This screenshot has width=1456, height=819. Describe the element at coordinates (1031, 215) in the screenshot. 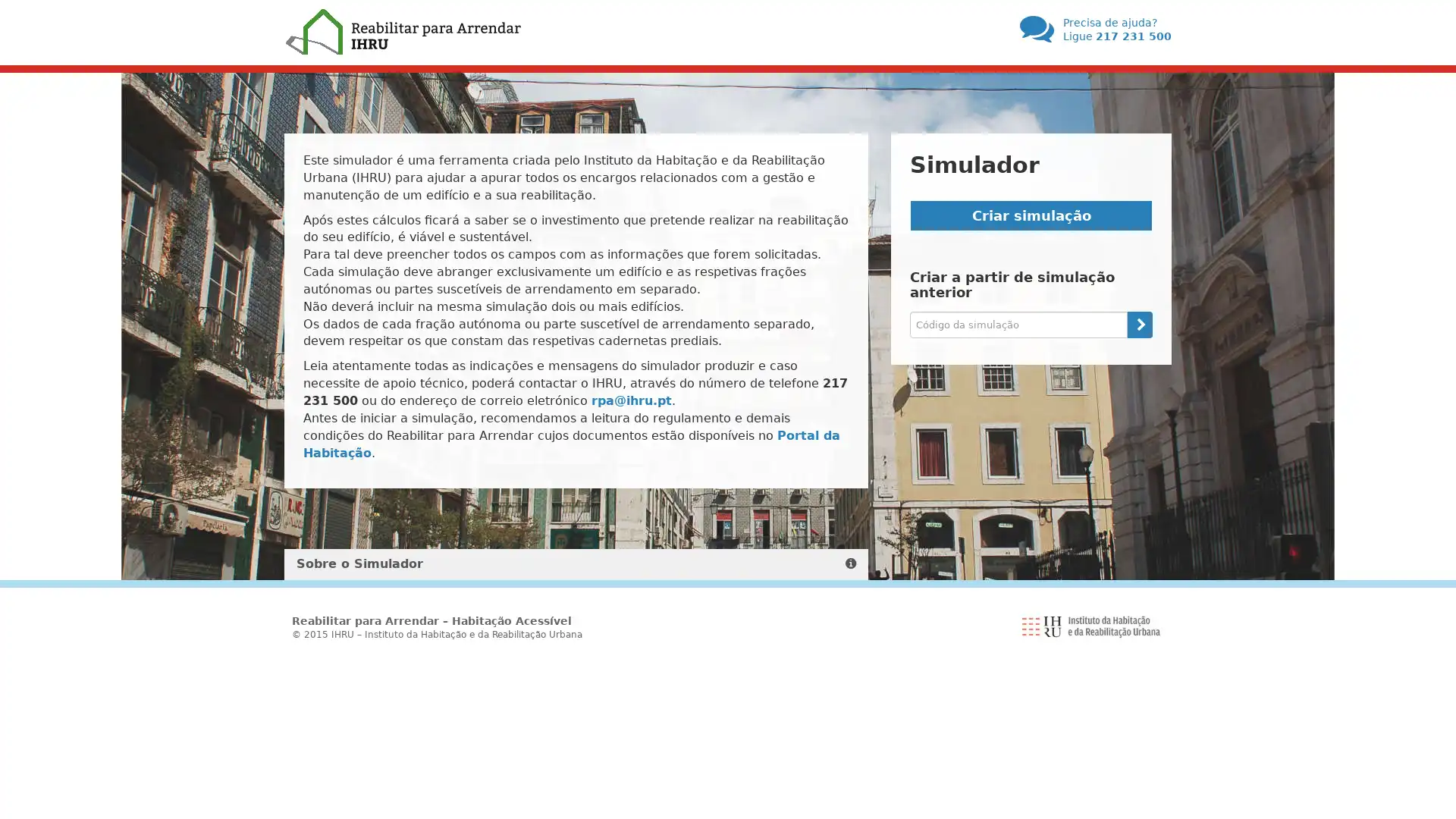

I see `Criar simulacao` at that location.